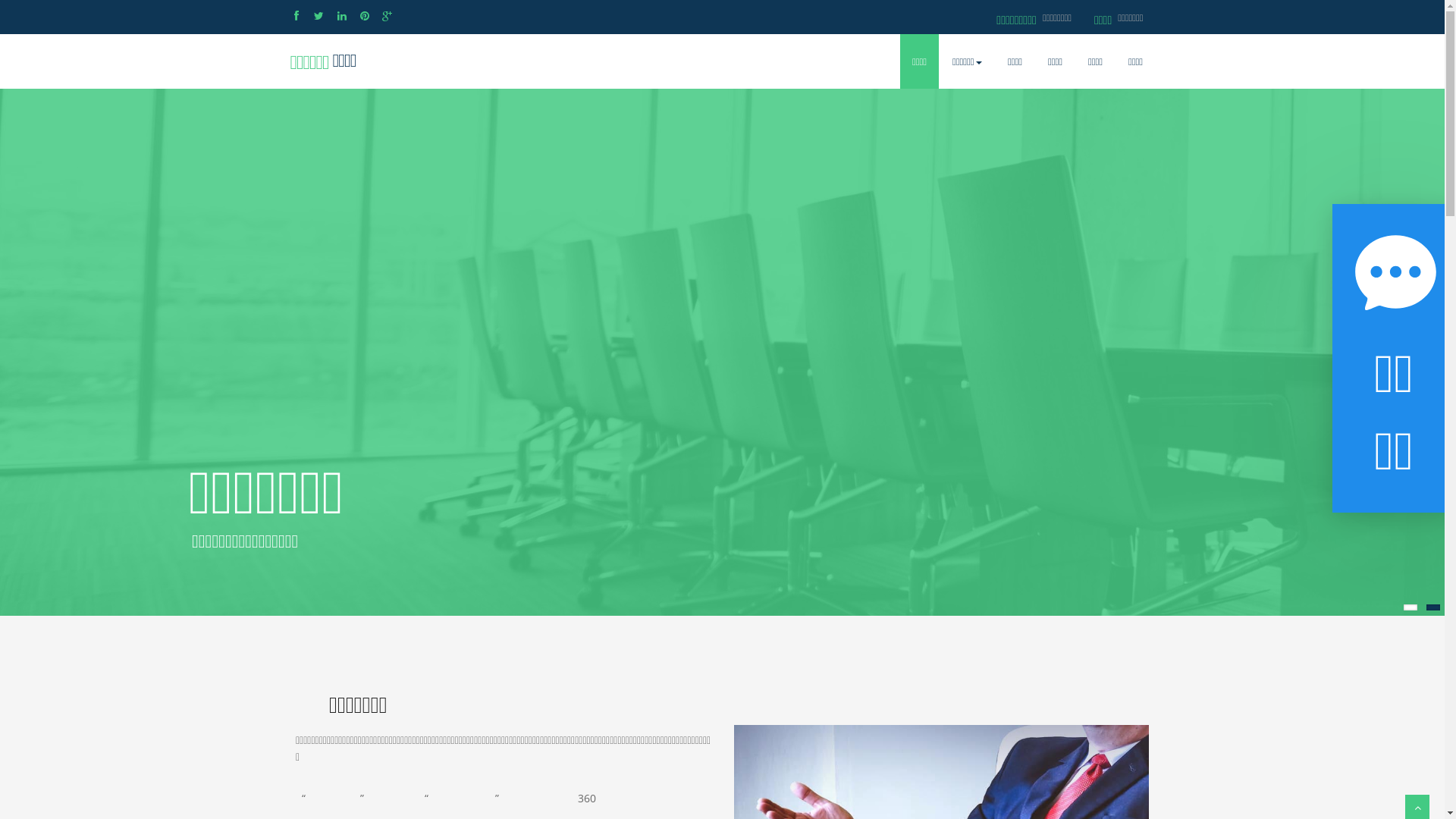 The height and width of the screenshot is (819, 1456). What do you see at coordinates (1432, 607) in the screenshot?
I see `'2'` at bounding box center [1432, 607].